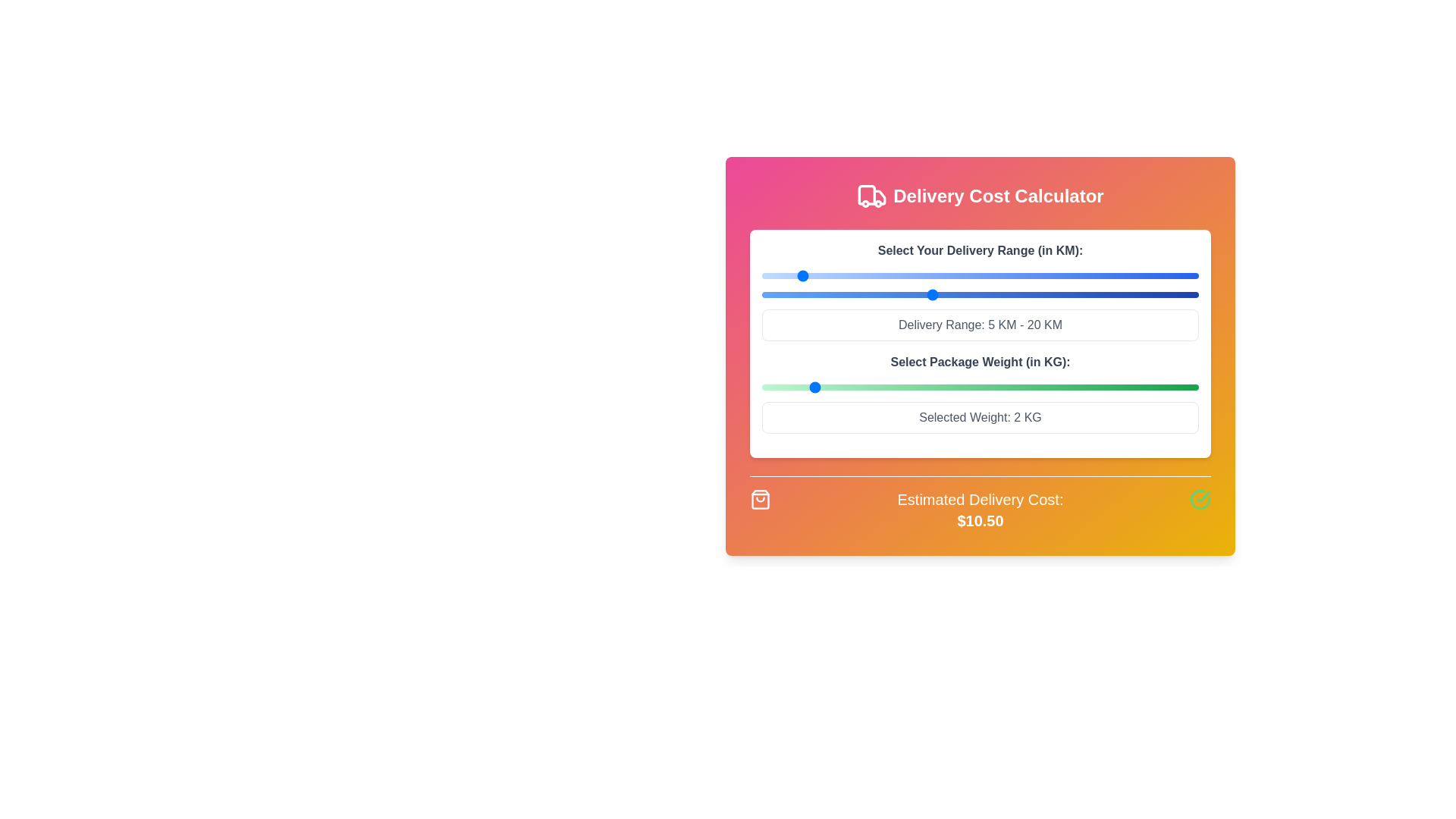 The height and width of the screenshot is (819, 1456). I want to click on the delivery range, so click(912, 275).